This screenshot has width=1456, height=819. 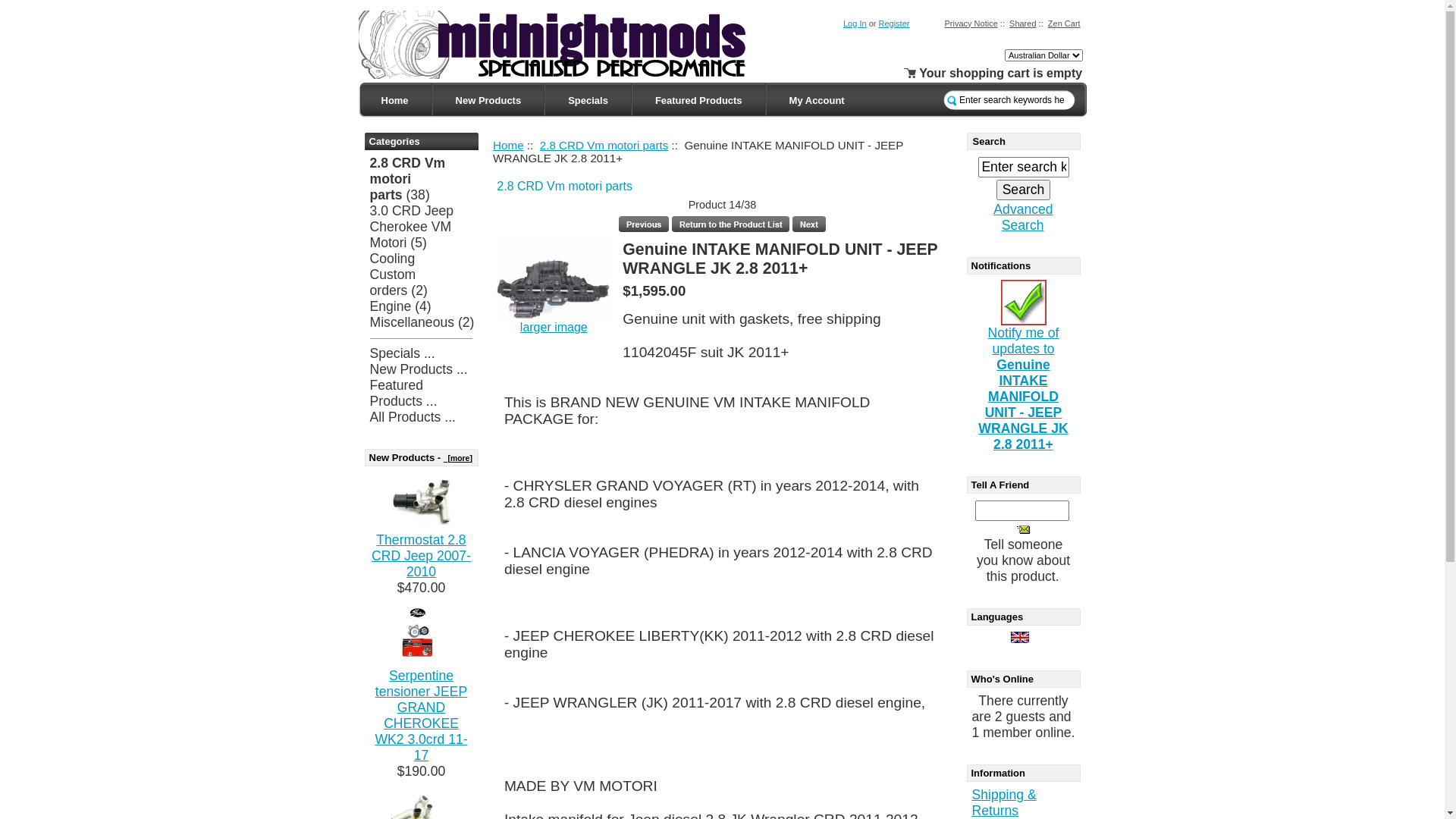 What do you see at coordinates (1019, 637) in the screenshot?
I see `' English '` at bounding box center [1019, 637].